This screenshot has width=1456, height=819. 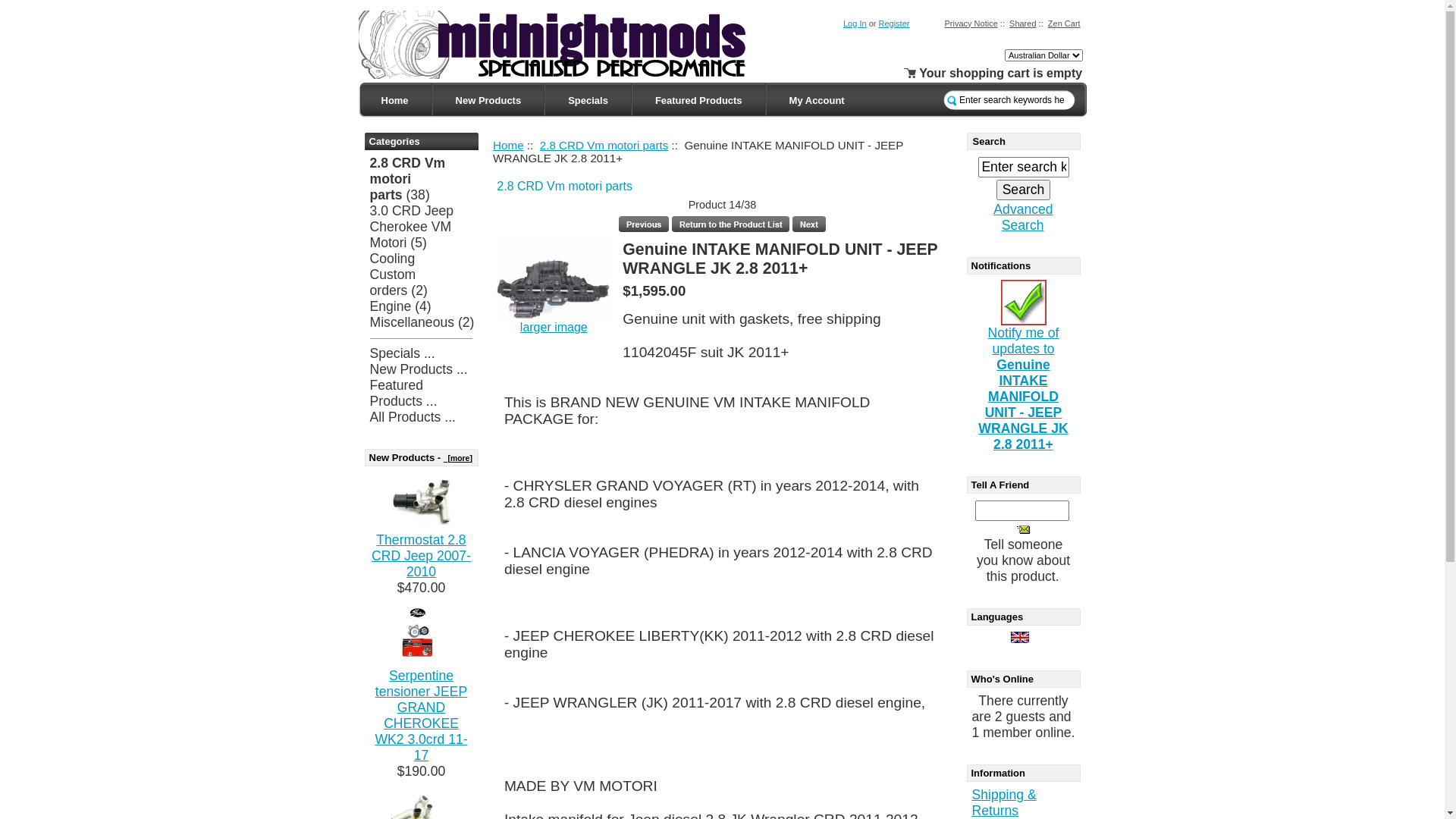 What do you see at coordinates (1019, 637) in the screenshot?
I see `' English '` at bounding box center [1019, 637].